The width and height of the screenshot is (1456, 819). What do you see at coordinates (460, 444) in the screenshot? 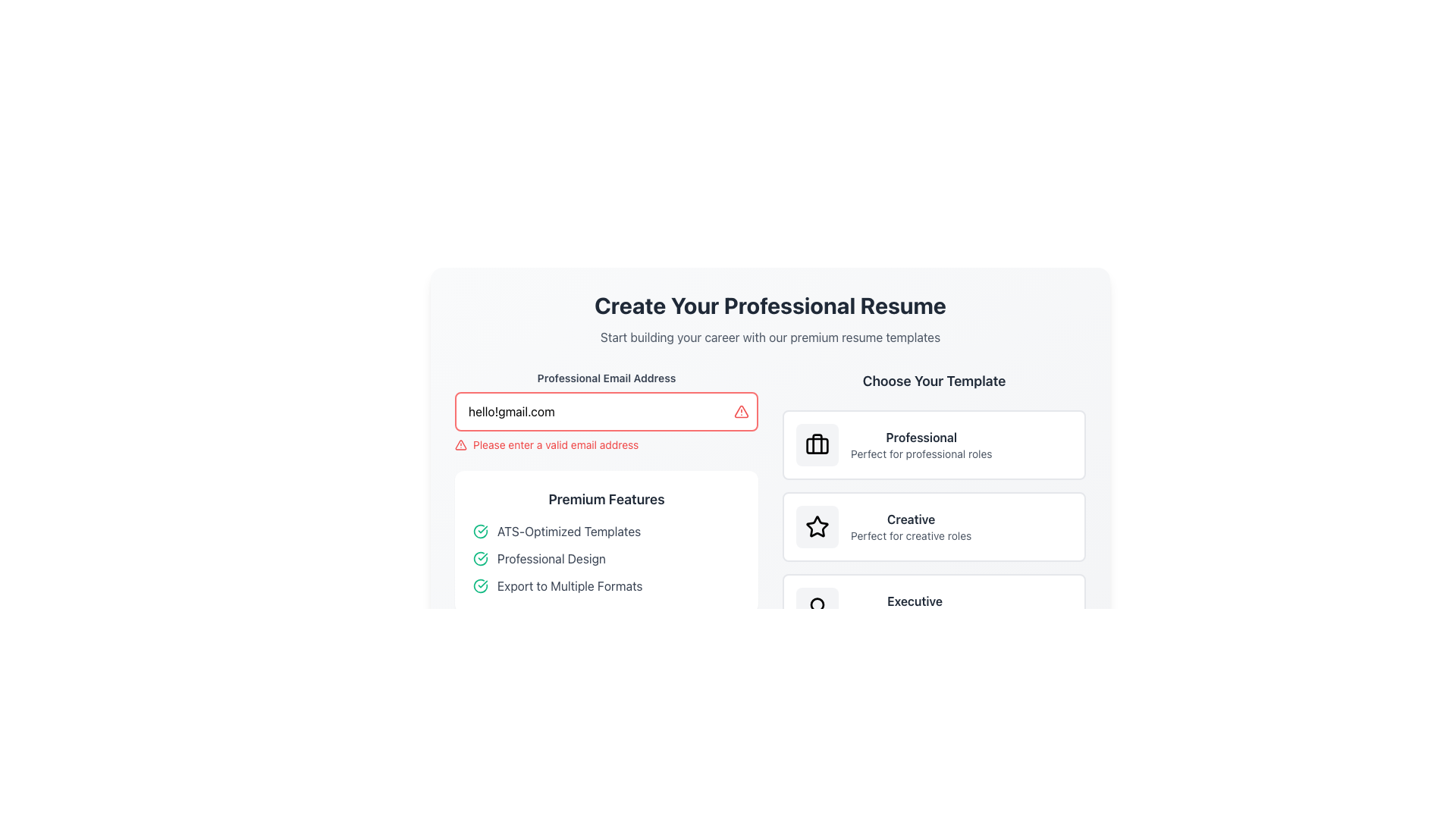
I see `the small triangular warning icon styled using the 'lucide' icon framework that indicates an error, located next to the warning message 'Please enter a valid email address.'` at bounding box center [460, 444].